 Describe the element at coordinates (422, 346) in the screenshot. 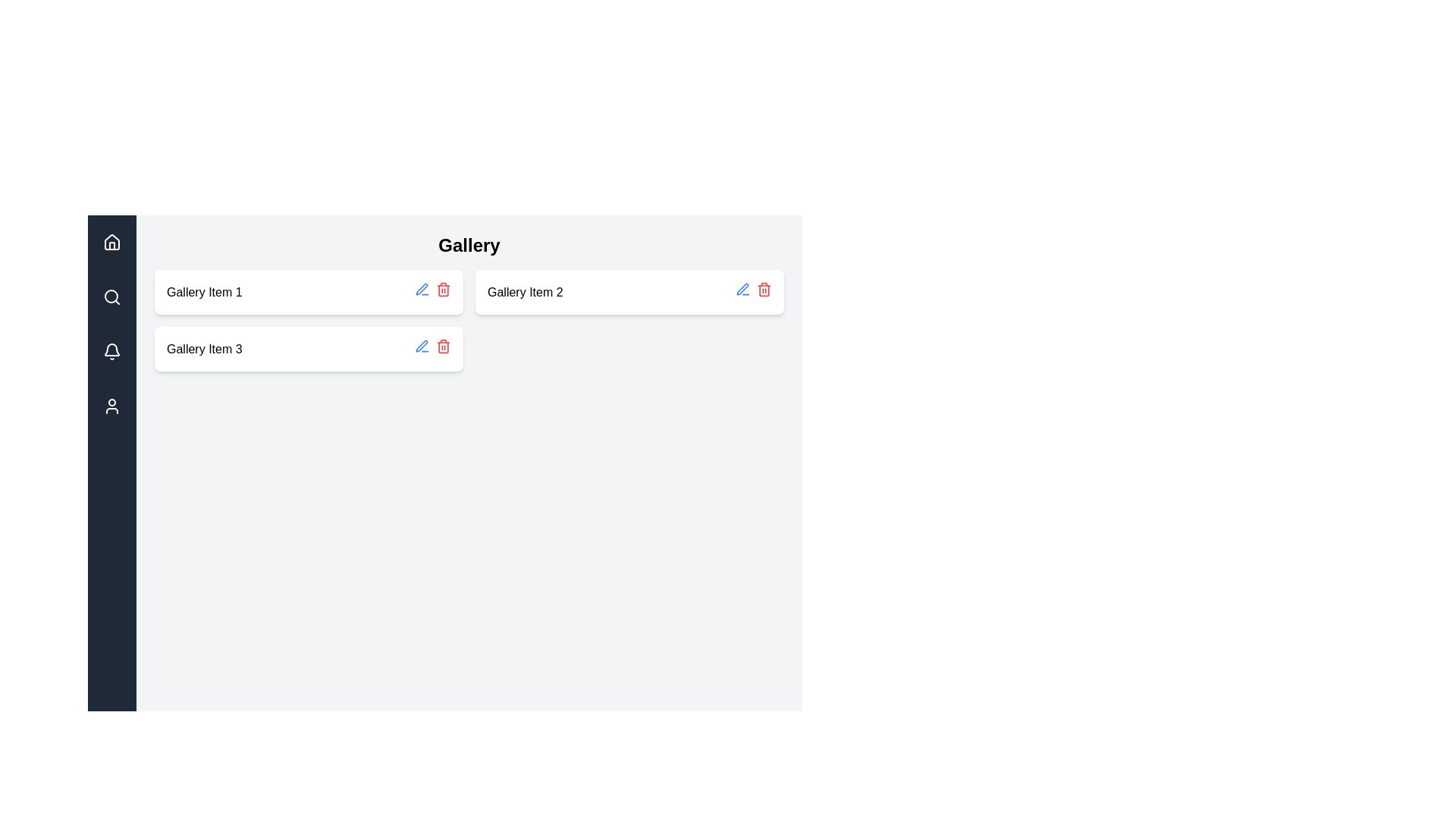

I see `the blue pen icon button located in the top-right corner of the 'Gallery Item 1' card` at that location.